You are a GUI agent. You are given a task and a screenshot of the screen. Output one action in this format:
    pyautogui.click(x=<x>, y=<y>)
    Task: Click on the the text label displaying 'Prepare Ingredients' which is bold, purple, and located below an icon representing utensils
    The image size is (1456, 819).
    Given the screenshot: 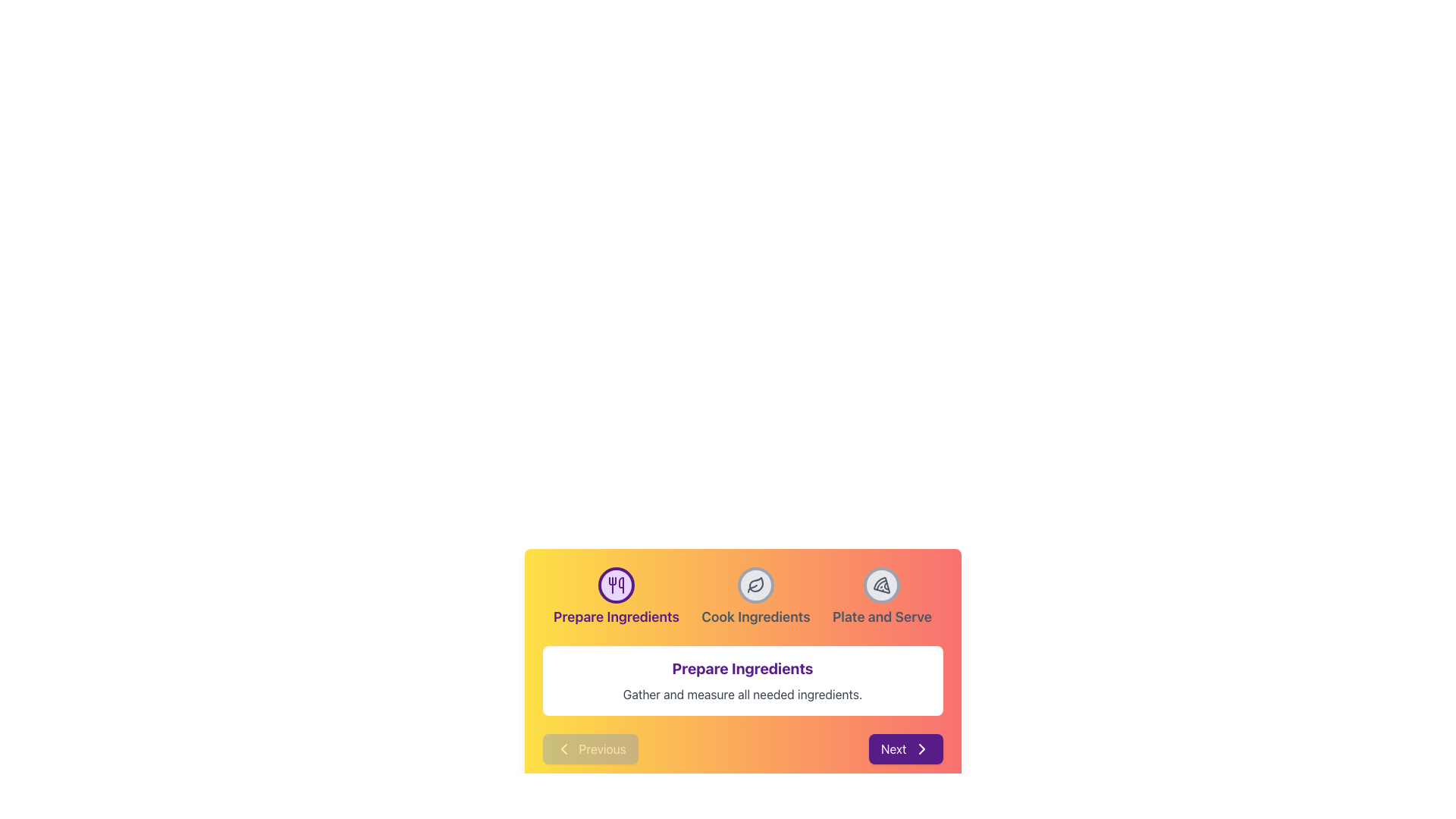 What is the action you would take?
    pyautogui.click(x=617, y=617)
    